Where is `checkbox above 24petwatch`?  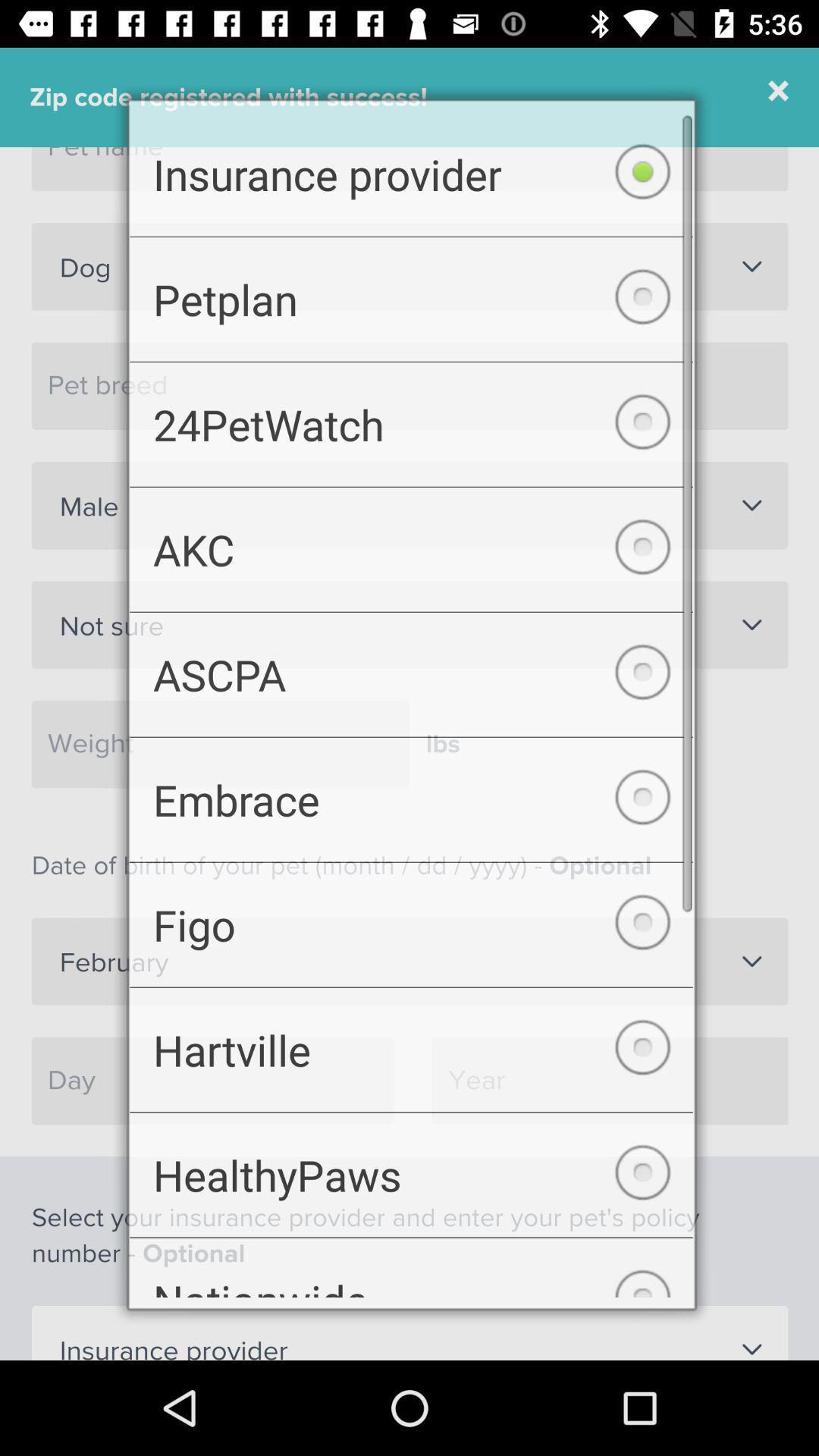
checkbox above 24petwatch is located at coordinates (411, 288).